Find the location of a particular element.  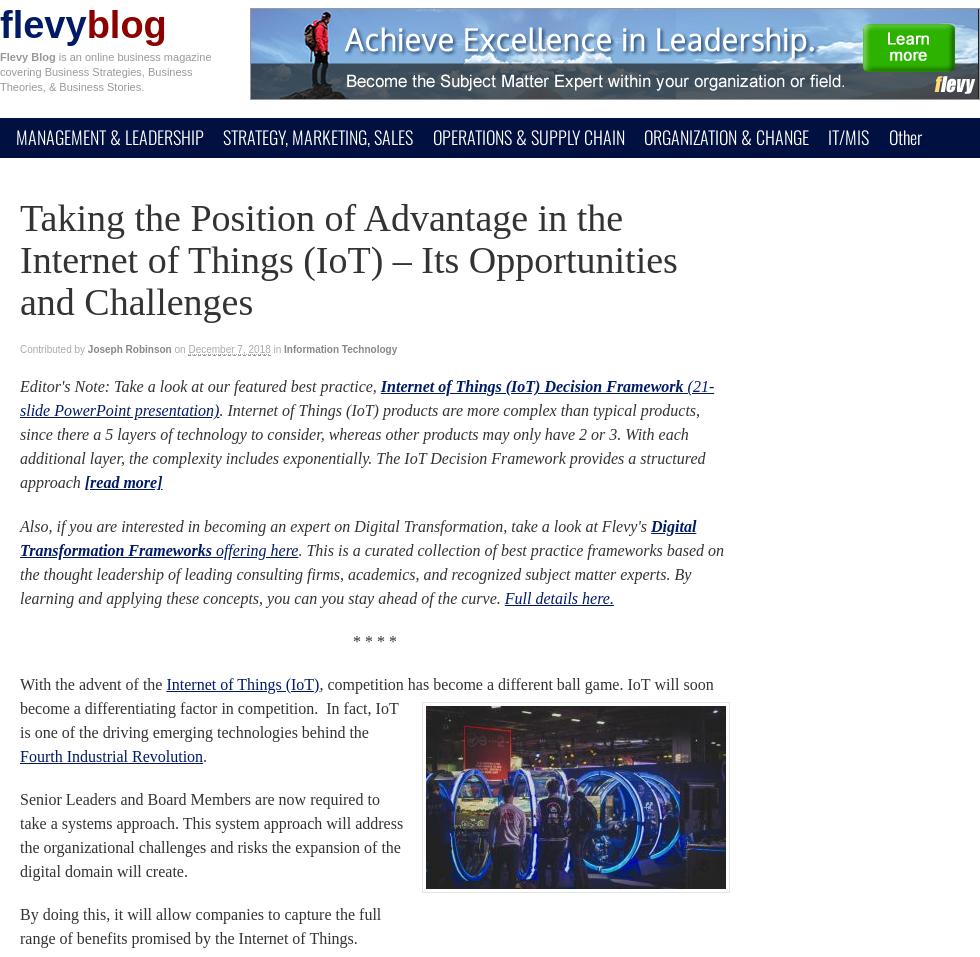

'Digital Transformation Frameworks' is located at coordinates (357, 537).